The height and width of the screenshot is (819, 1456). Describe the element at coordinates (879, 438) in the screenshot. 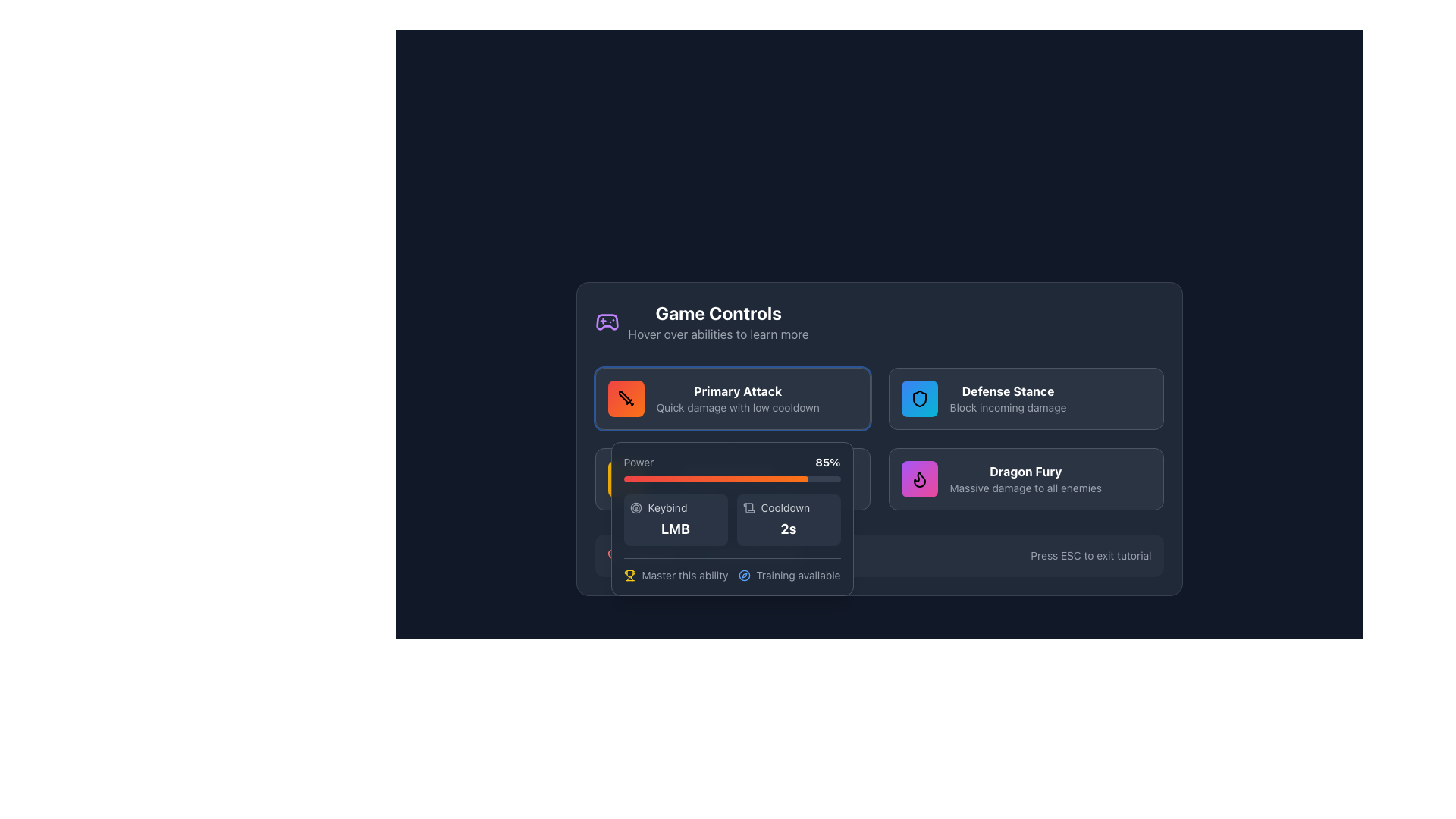

I see `the Information Panel that contains details about game abilities, which is styled with rounded corners and a dark gray background` at that location.